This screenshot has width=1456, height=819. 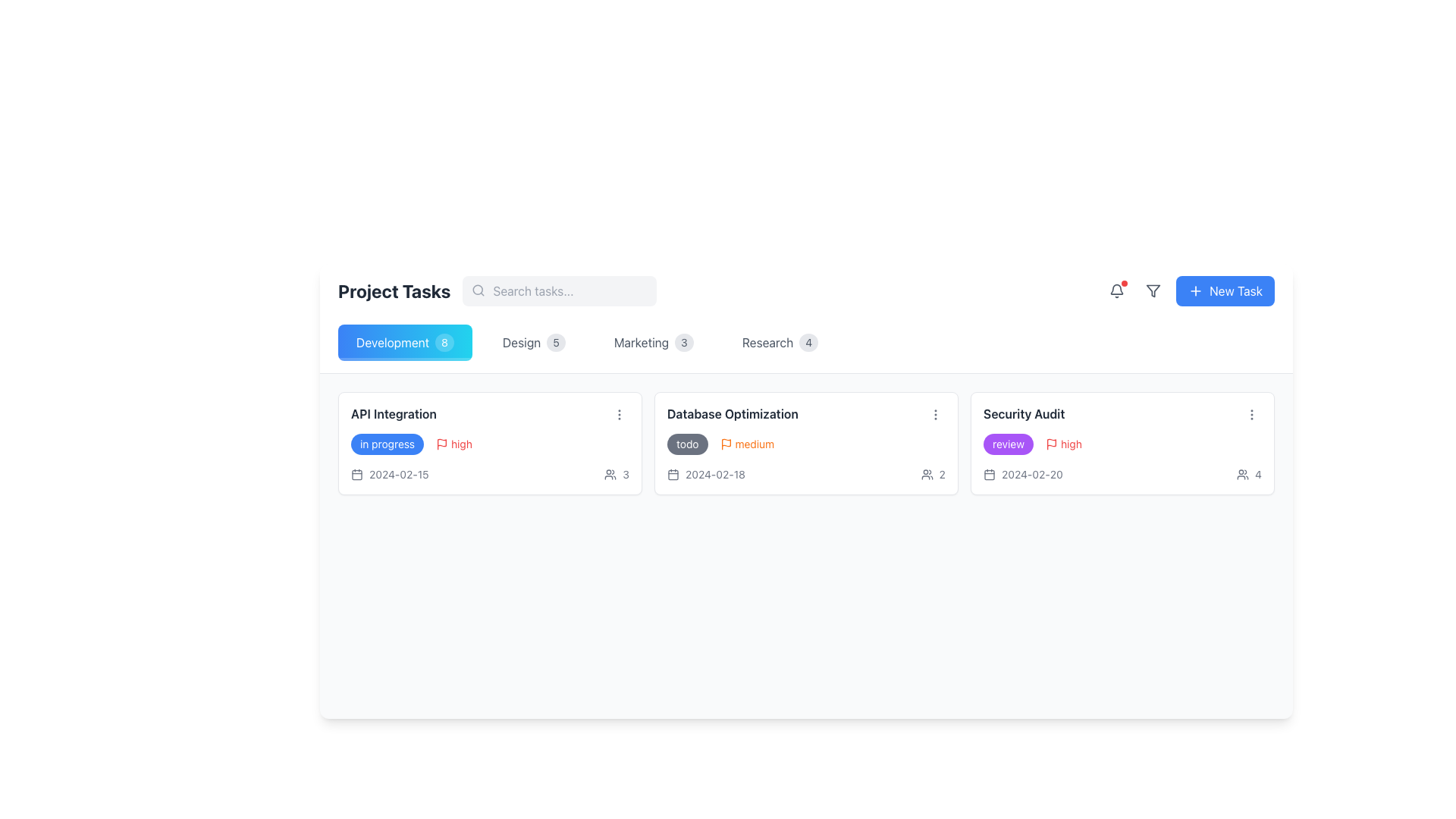 What do you see at coordinates (1252, 415) in the screenshot?
I see `the vertical ellipsis icon button located in the top-right corner of the 'Security Audit' card` at bounding box center [1252, 415].